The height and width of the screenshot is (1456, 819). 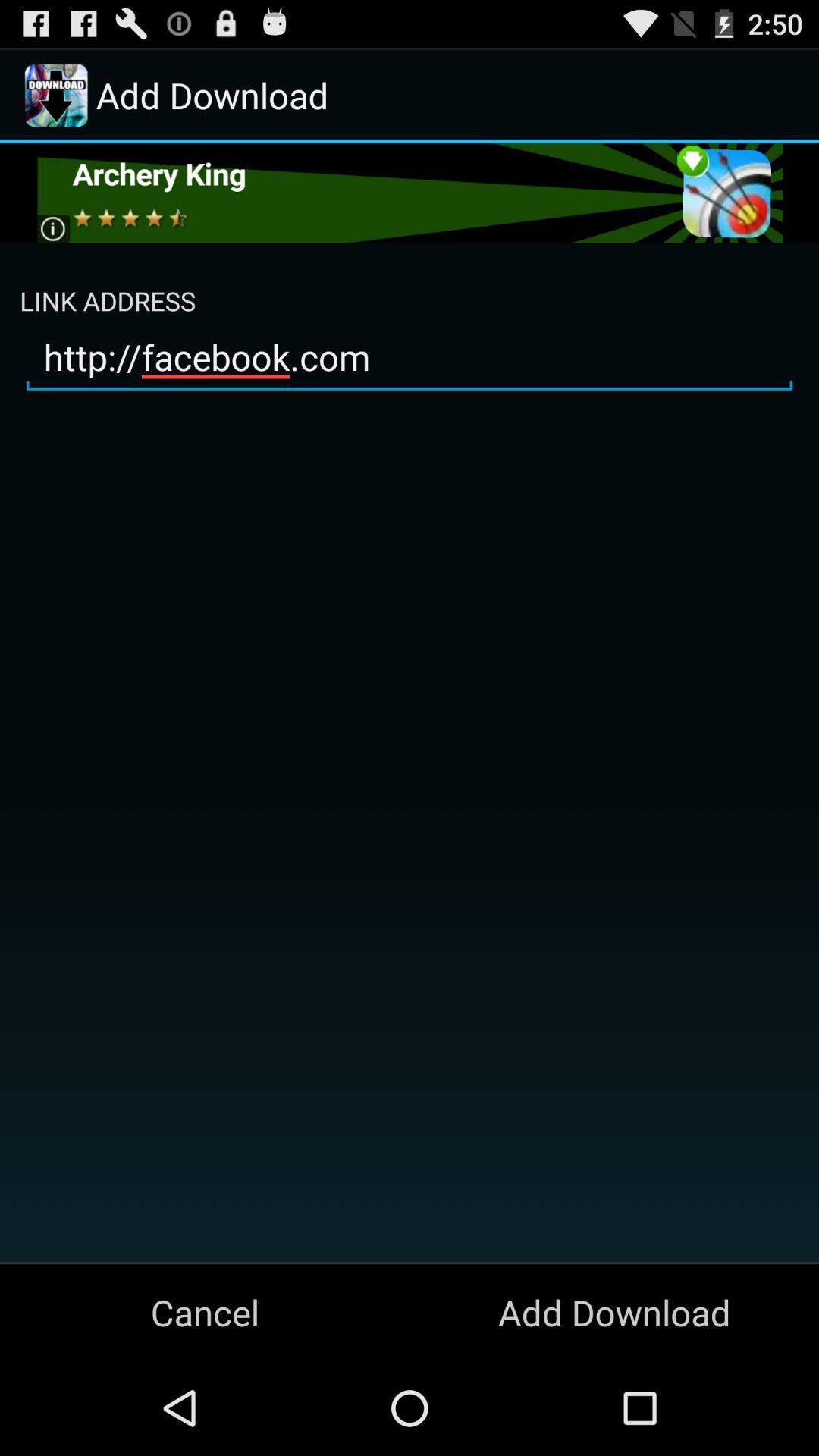 I want to click on open archery king, so click(x=408, y=192).